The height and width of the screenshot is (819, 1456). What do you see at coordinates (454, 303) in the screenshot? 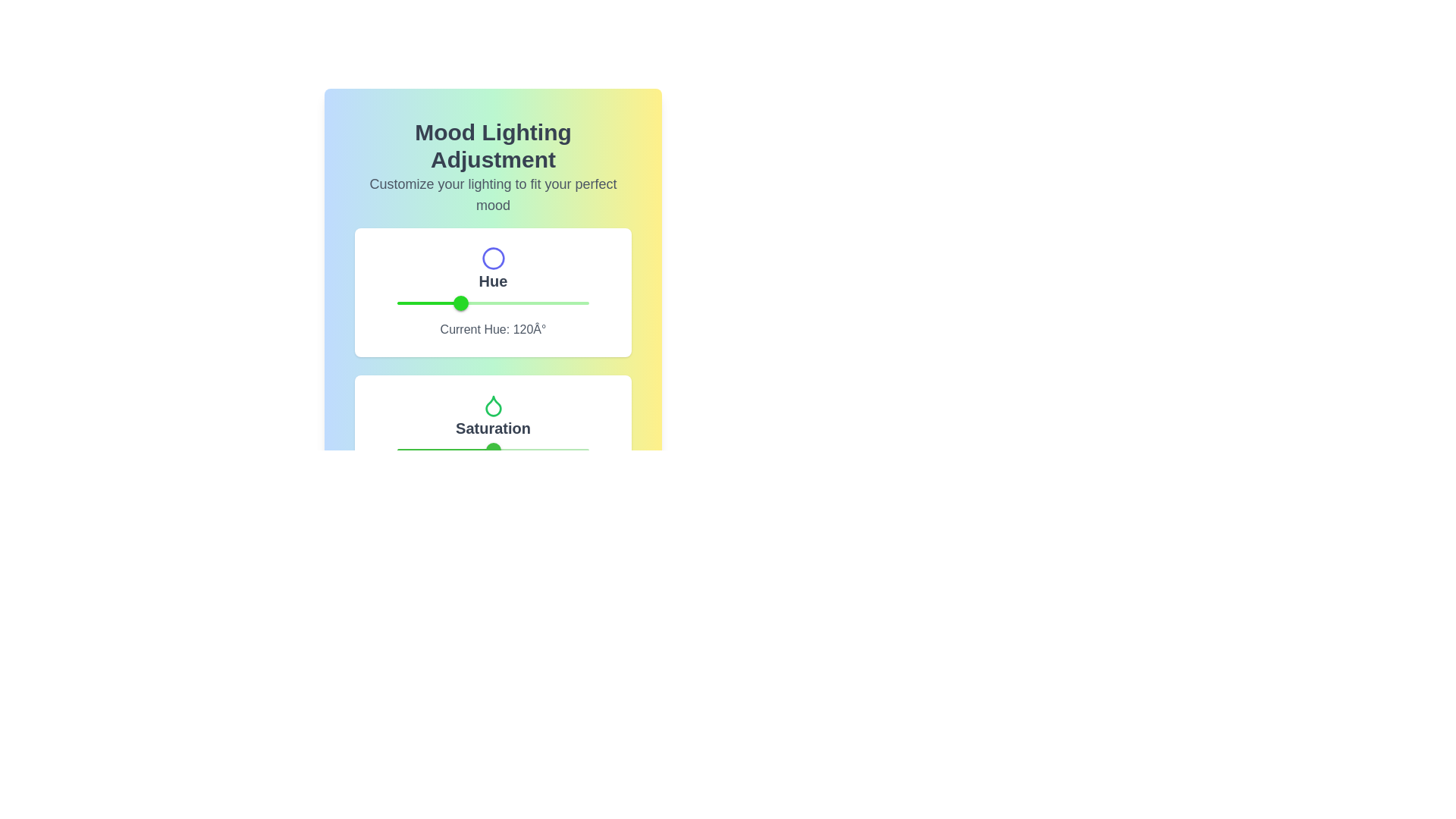
I see `hue` at bounding box center [454, 303].